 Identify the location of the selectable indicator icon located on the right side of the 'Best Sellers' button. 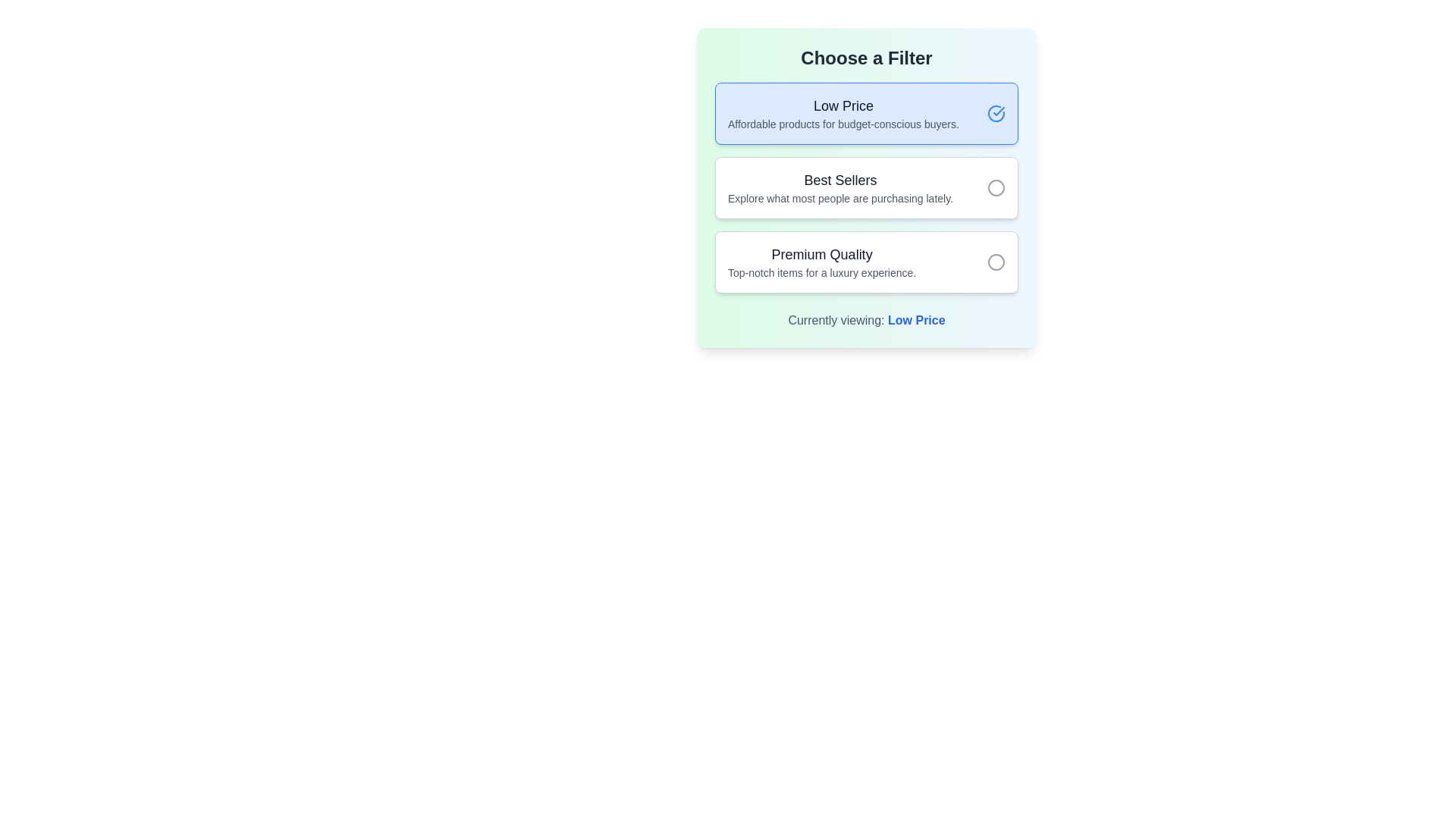
(996, 187).